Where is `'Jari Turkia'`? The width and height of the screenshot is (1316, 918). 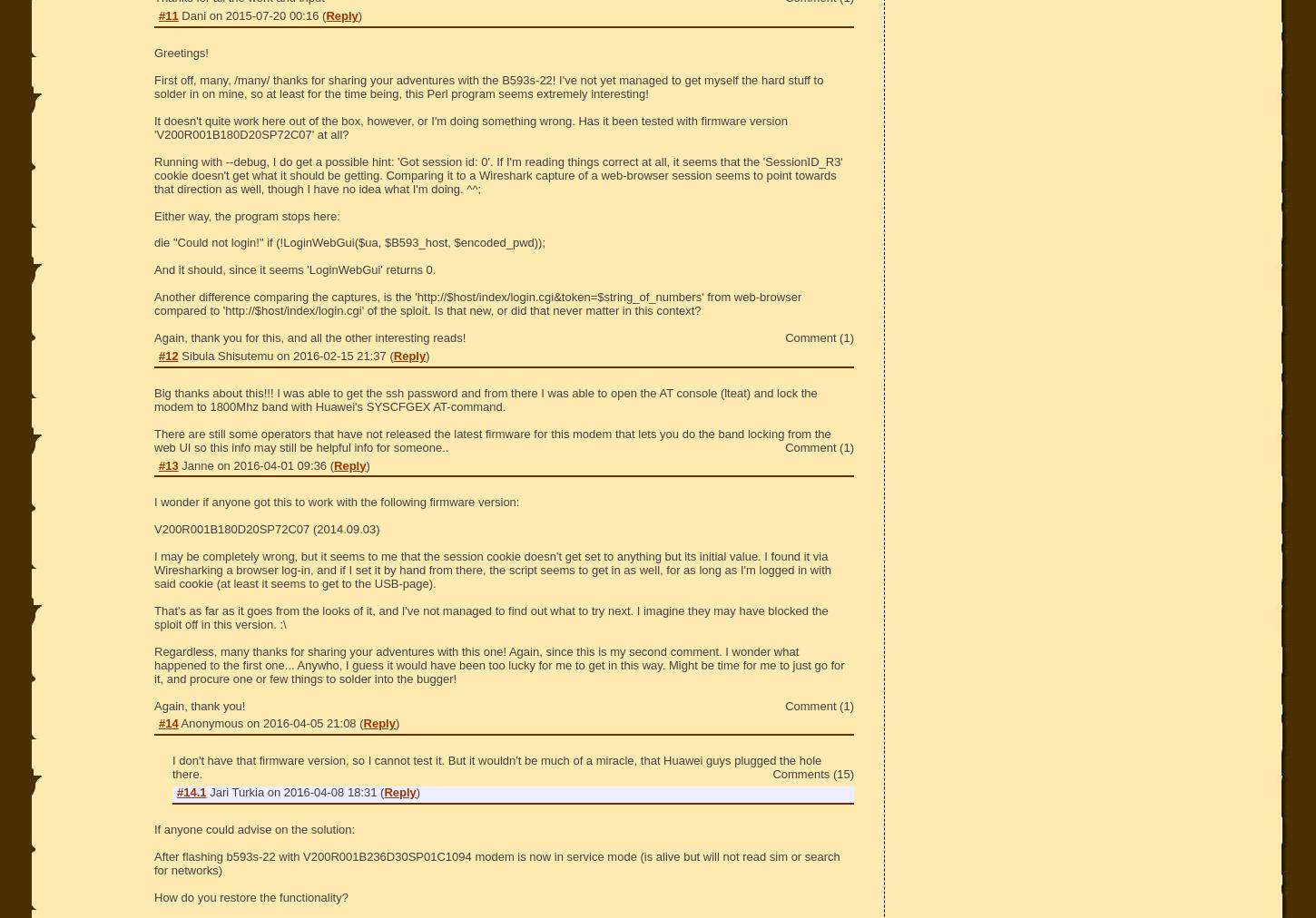
'Jari Turkia' is located at coordinates (208, 791).